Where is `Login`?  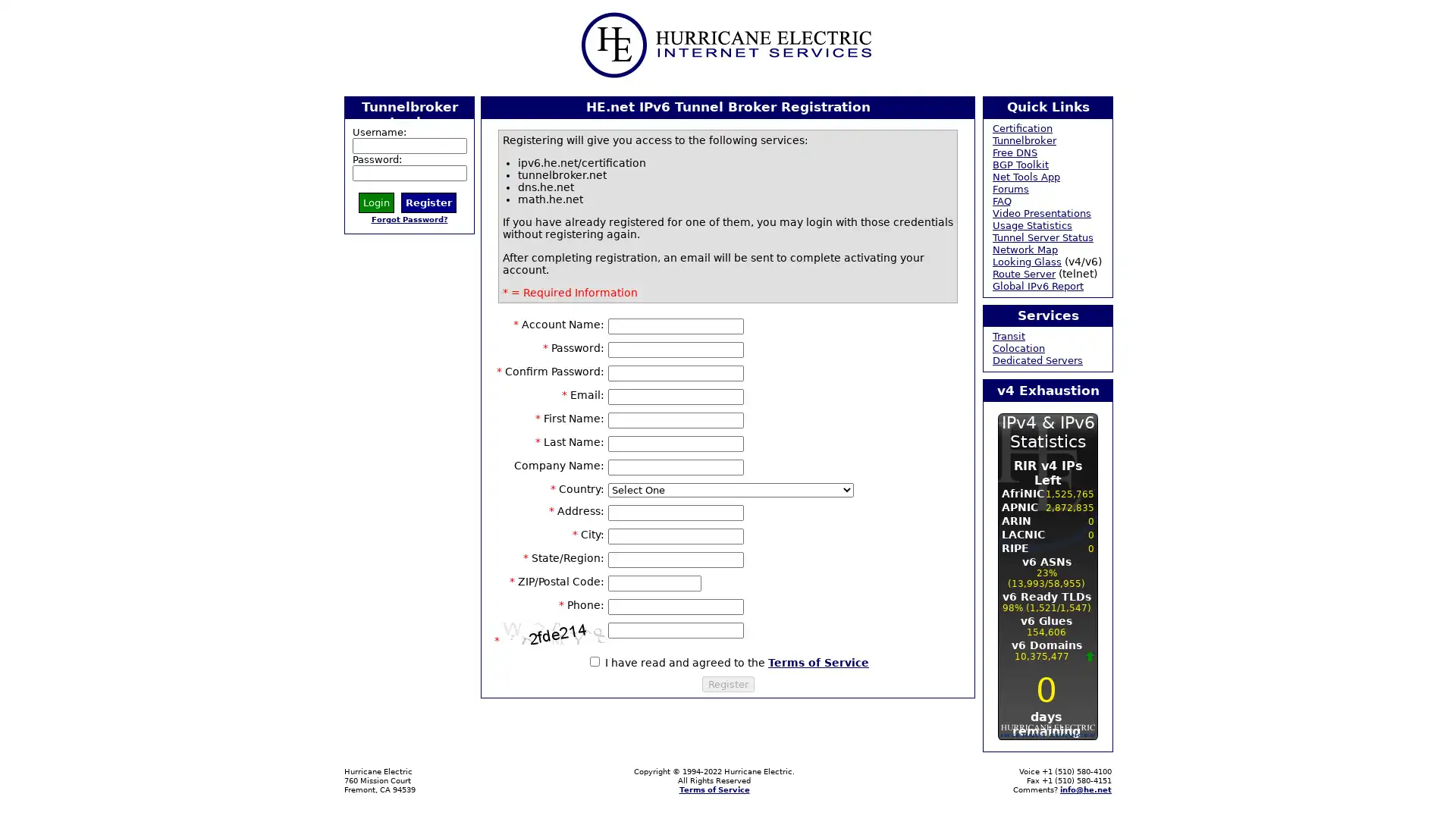
Login is located at coordinates (376, 201).